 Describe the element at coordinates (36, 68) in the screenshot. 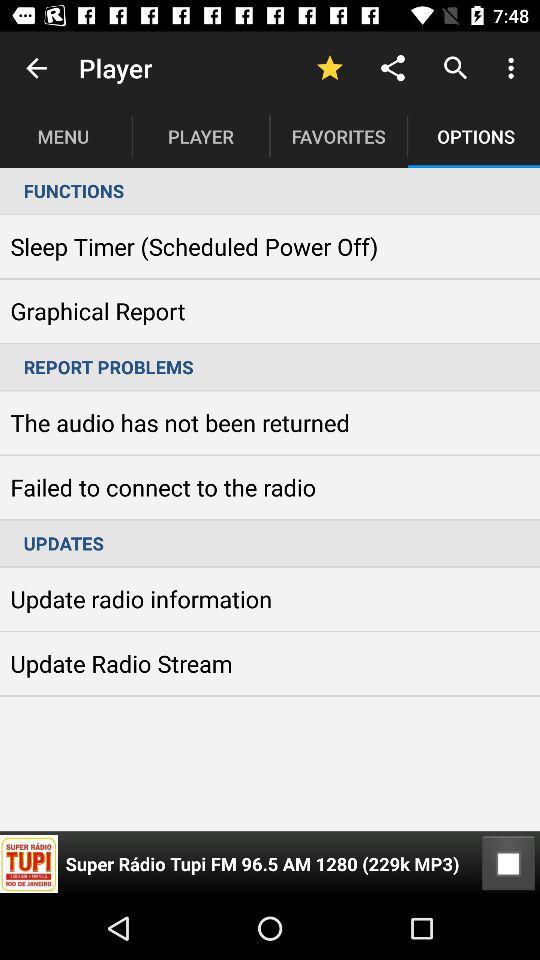

I see `the item next to player` at that location.